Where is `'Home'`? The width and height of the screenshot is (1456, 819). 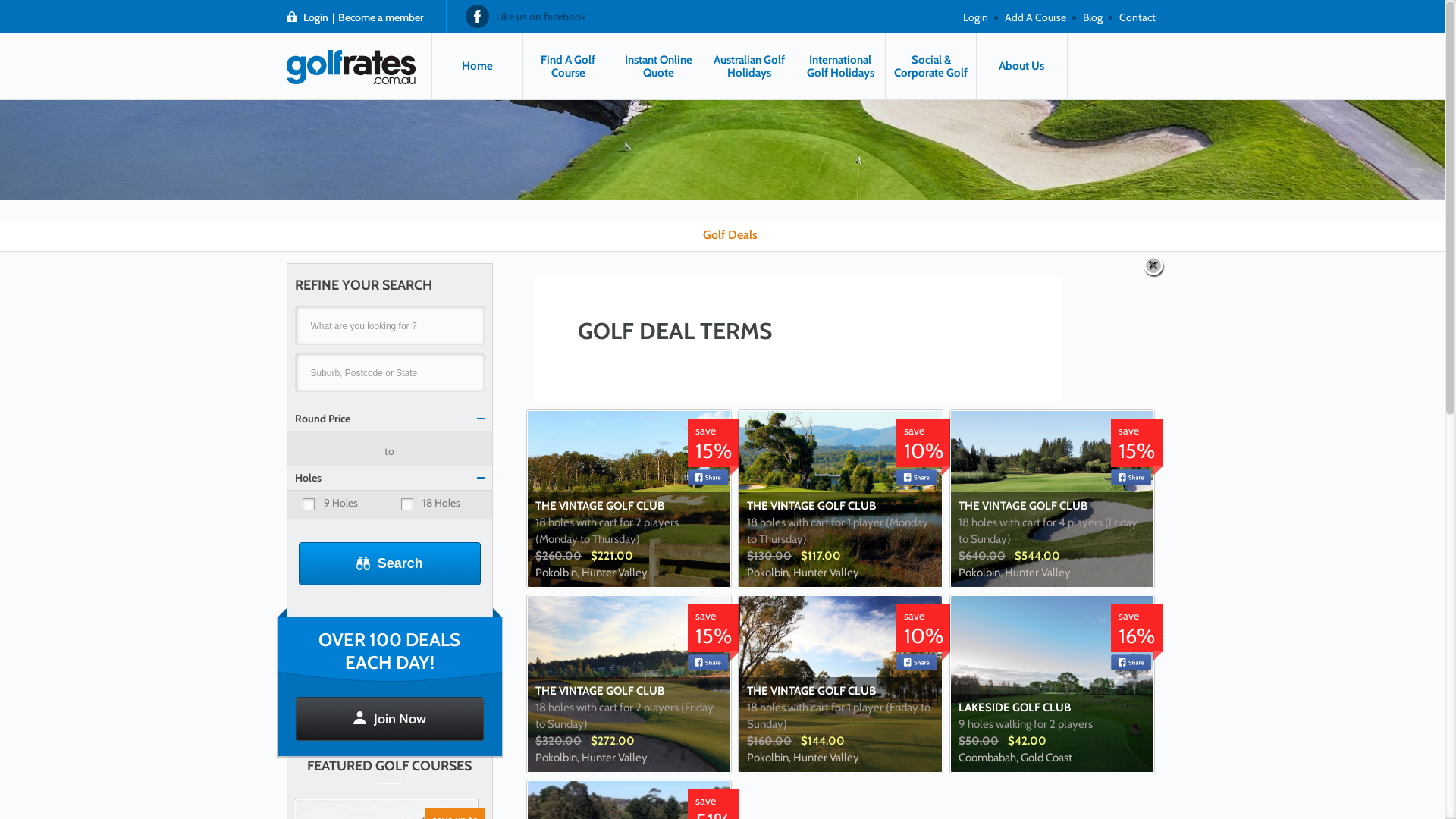
'Home' is located at coordinates (476, 65).